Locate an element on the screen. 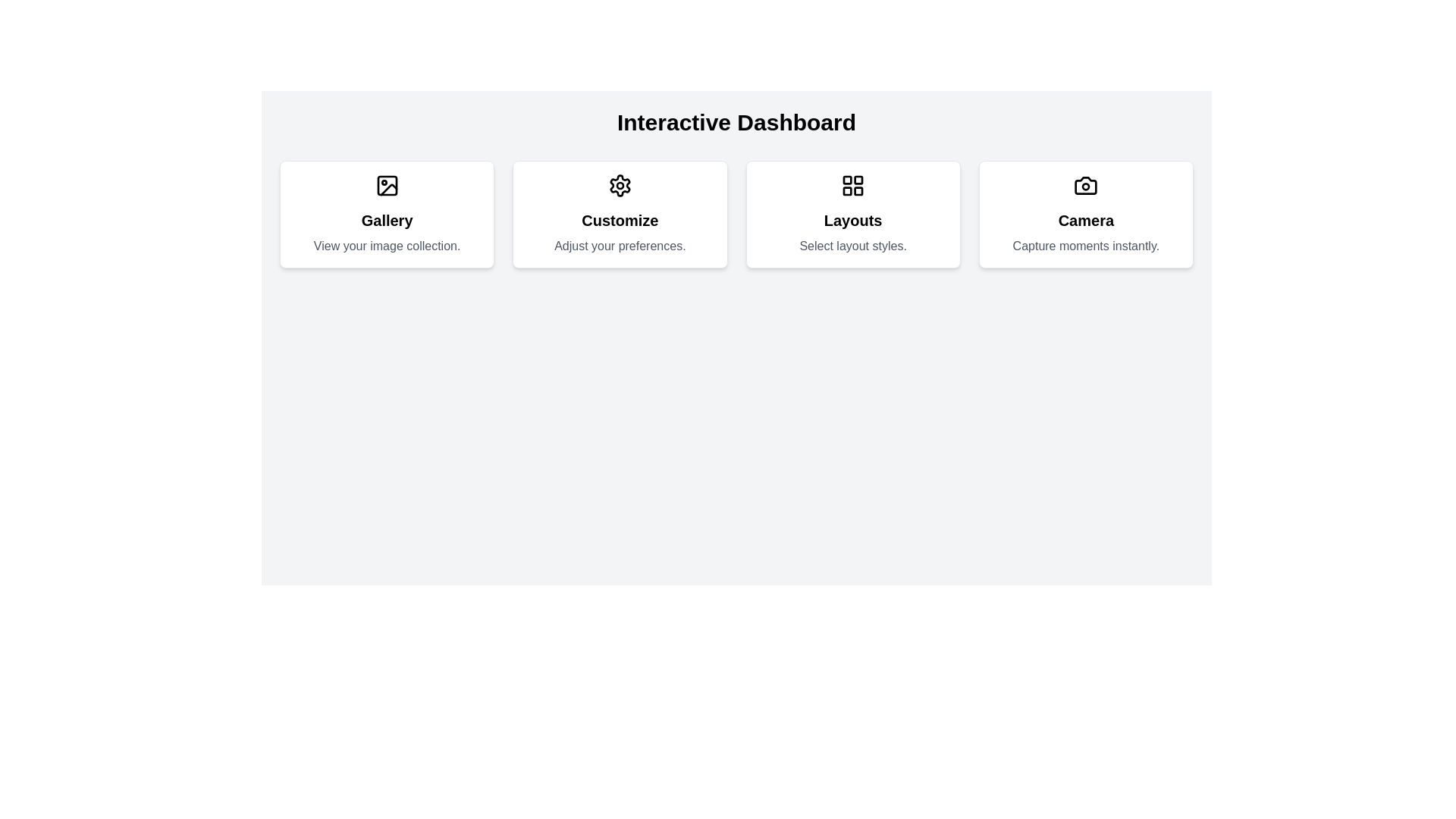 Image resolution: width=1456 pixels, height=819 pixels. the prominent text label 'Customize' styled in XL bold font, located in the center card below the gear icon and above the subtitle 'Adjust your preferences' is located at coordinates (620, 220).